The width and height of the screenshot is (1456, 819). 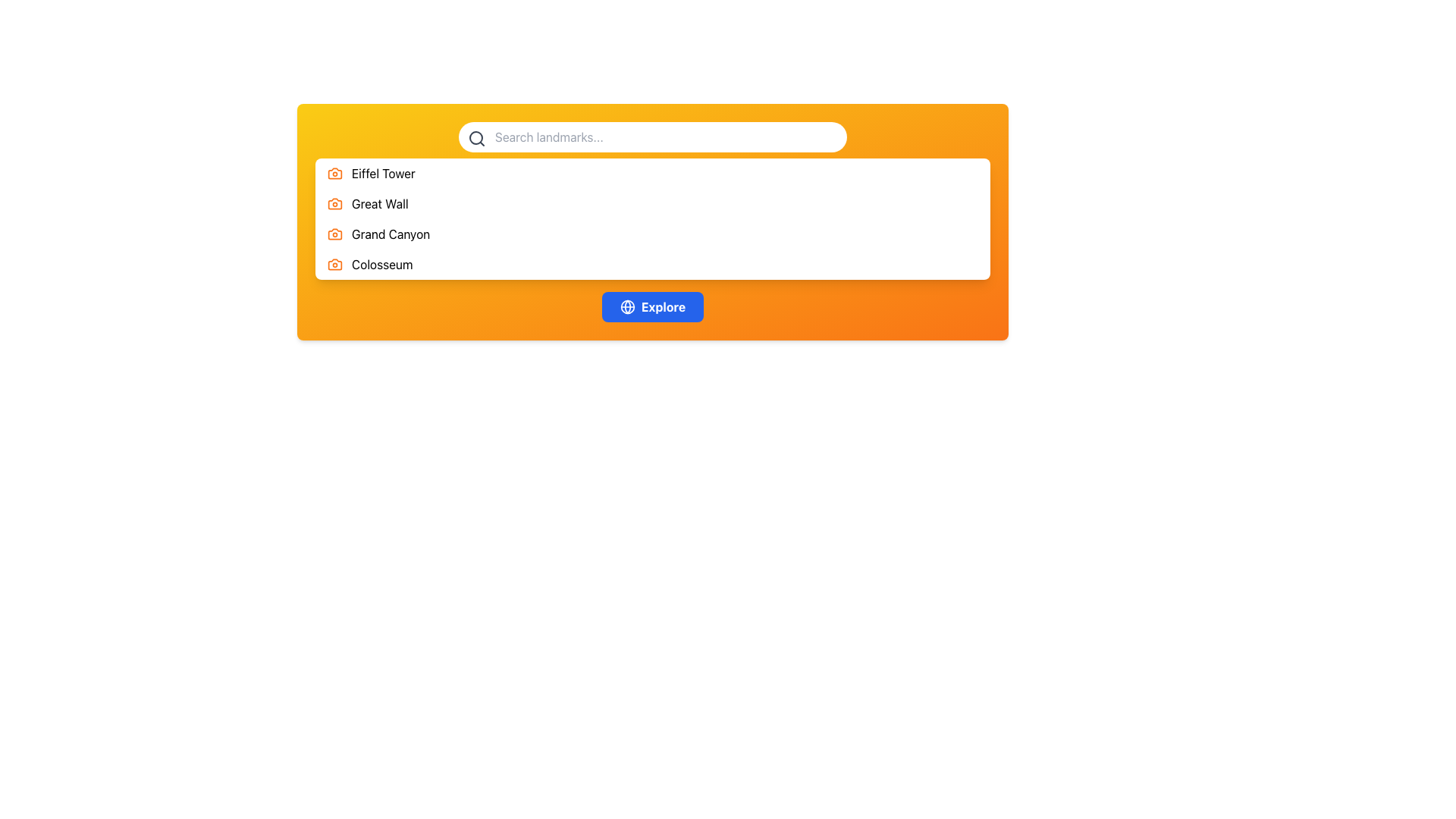 What do you see at coordinates (334, 172) in the screenshot?
I see `the orange camera icon, which is the first icon in the list associated with the text 'Eiffel Tower', located near the top-left corner of the white rectangular box` at bounding box center [334, 172].